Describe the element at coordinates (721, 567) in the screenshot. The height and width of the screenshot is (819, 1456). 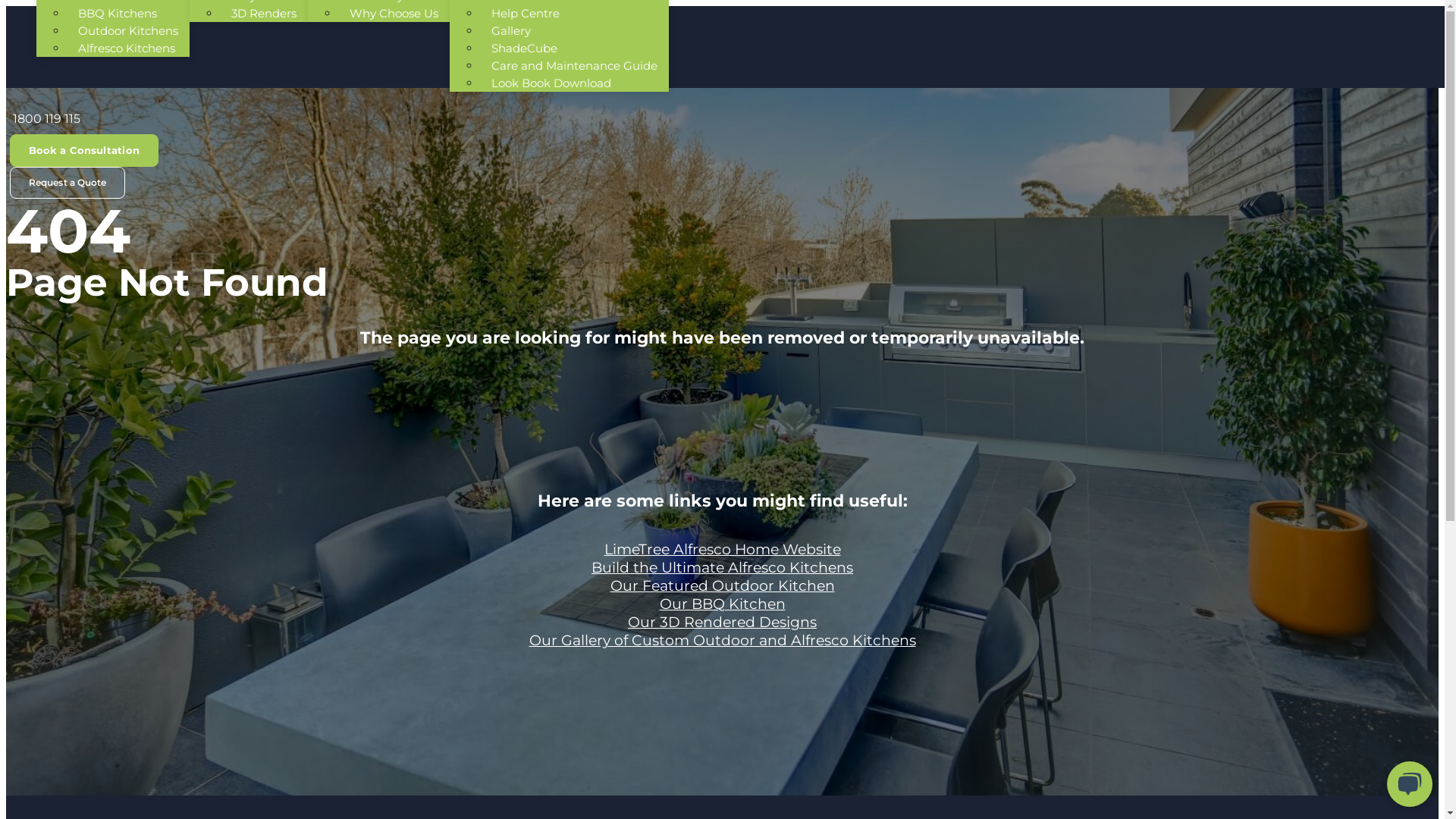
I see `'Build the Ultimate Alfresco Kitchens'` at that location.